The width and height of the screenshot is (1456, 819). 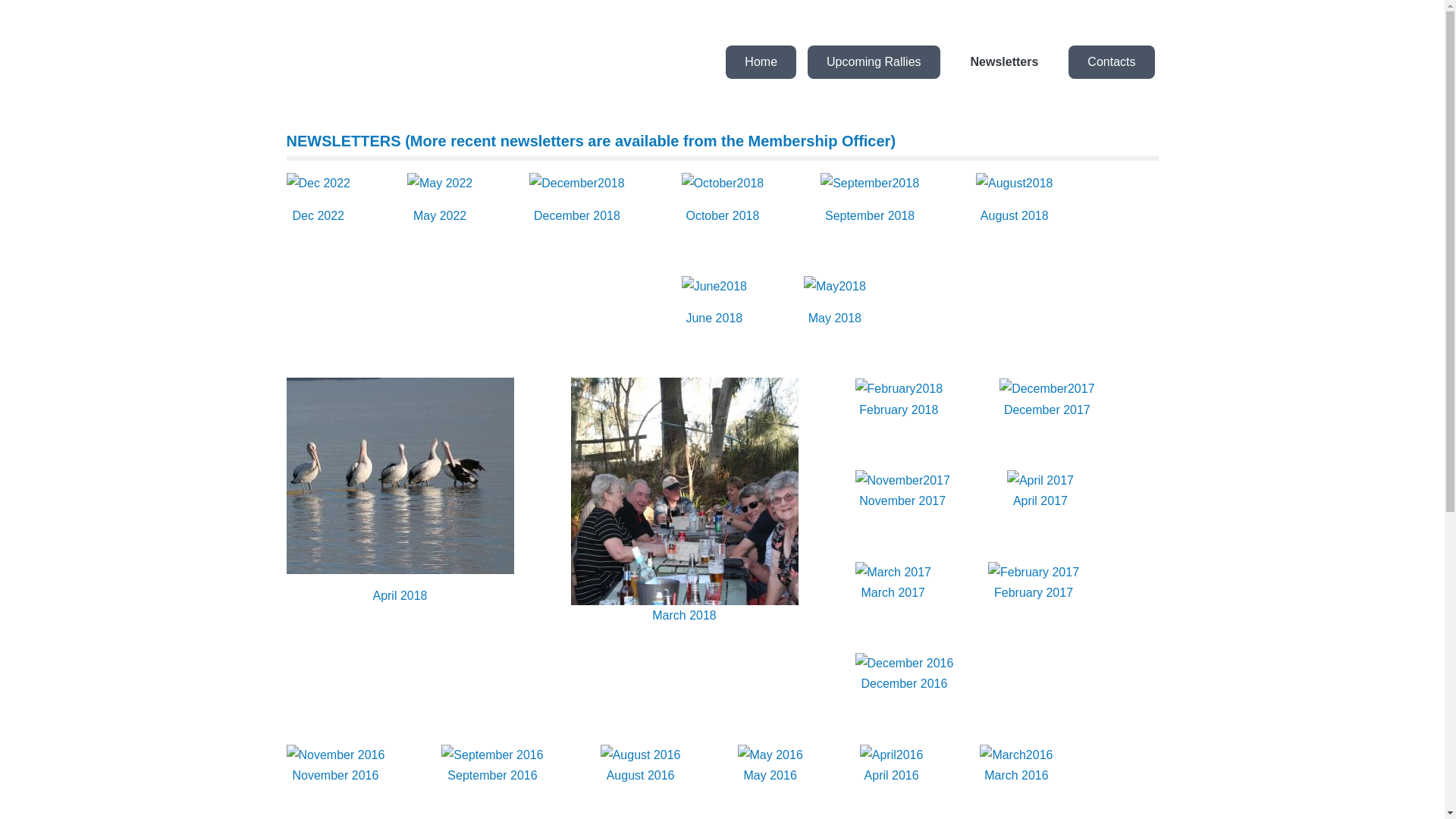 I want to click on 'May 2022', so click(x=439, y=215).